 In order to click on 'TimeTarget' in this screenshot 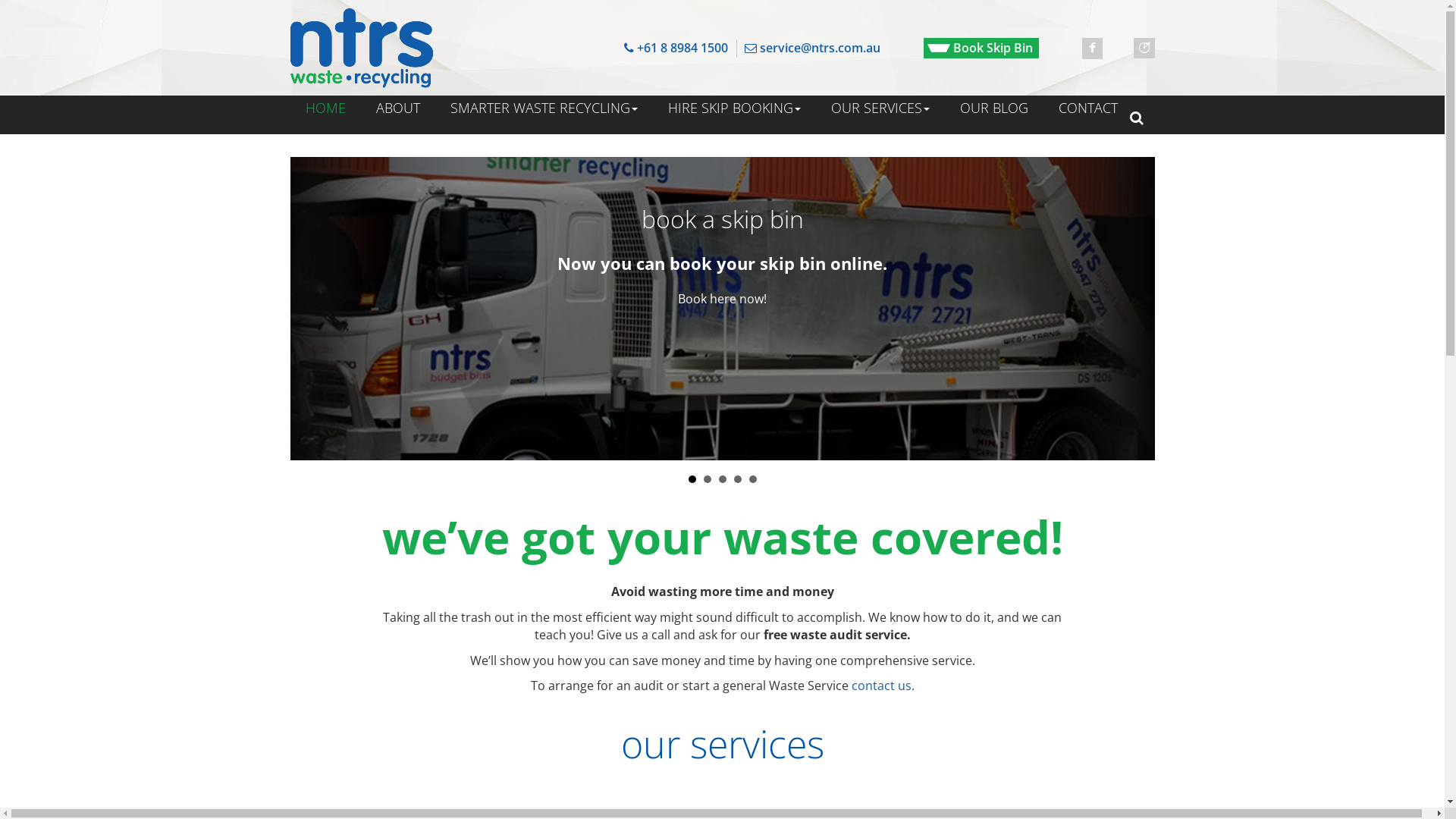, I will do `click(1144, 47)`.